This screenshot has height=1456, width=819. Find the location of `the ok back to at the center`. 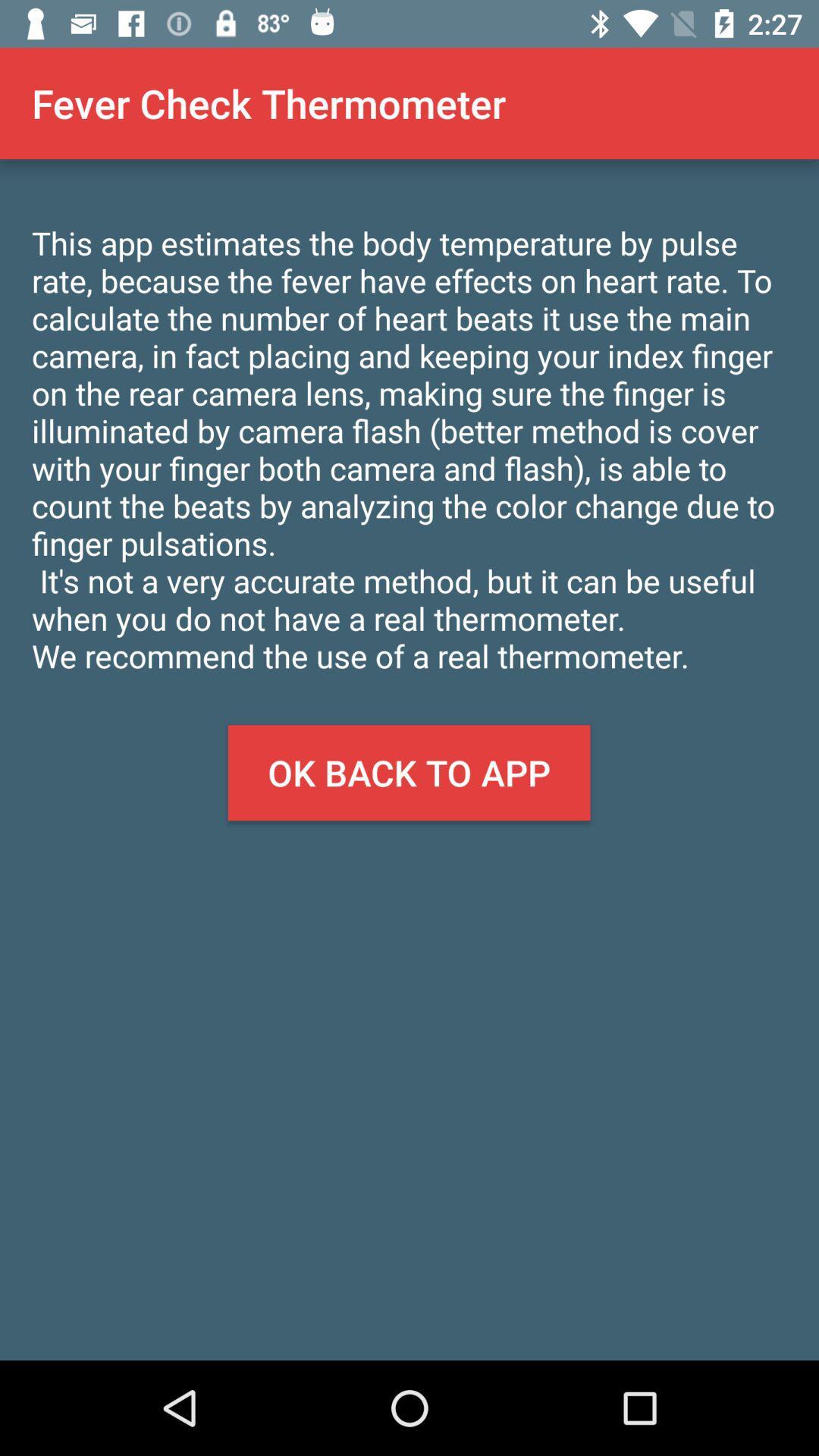

the ok back to at the center is located at coordinates (408, 773).